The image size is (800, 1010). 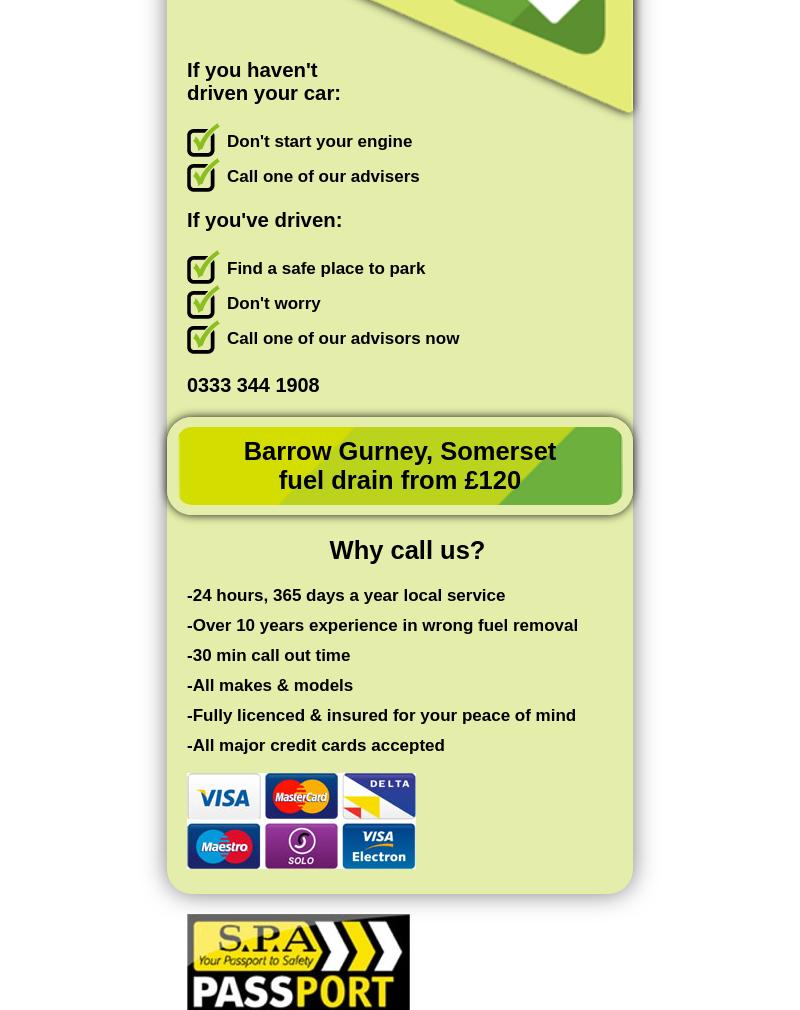 I want to click on '24 hours, 365 days a year local service', so click(x=191, y=594).